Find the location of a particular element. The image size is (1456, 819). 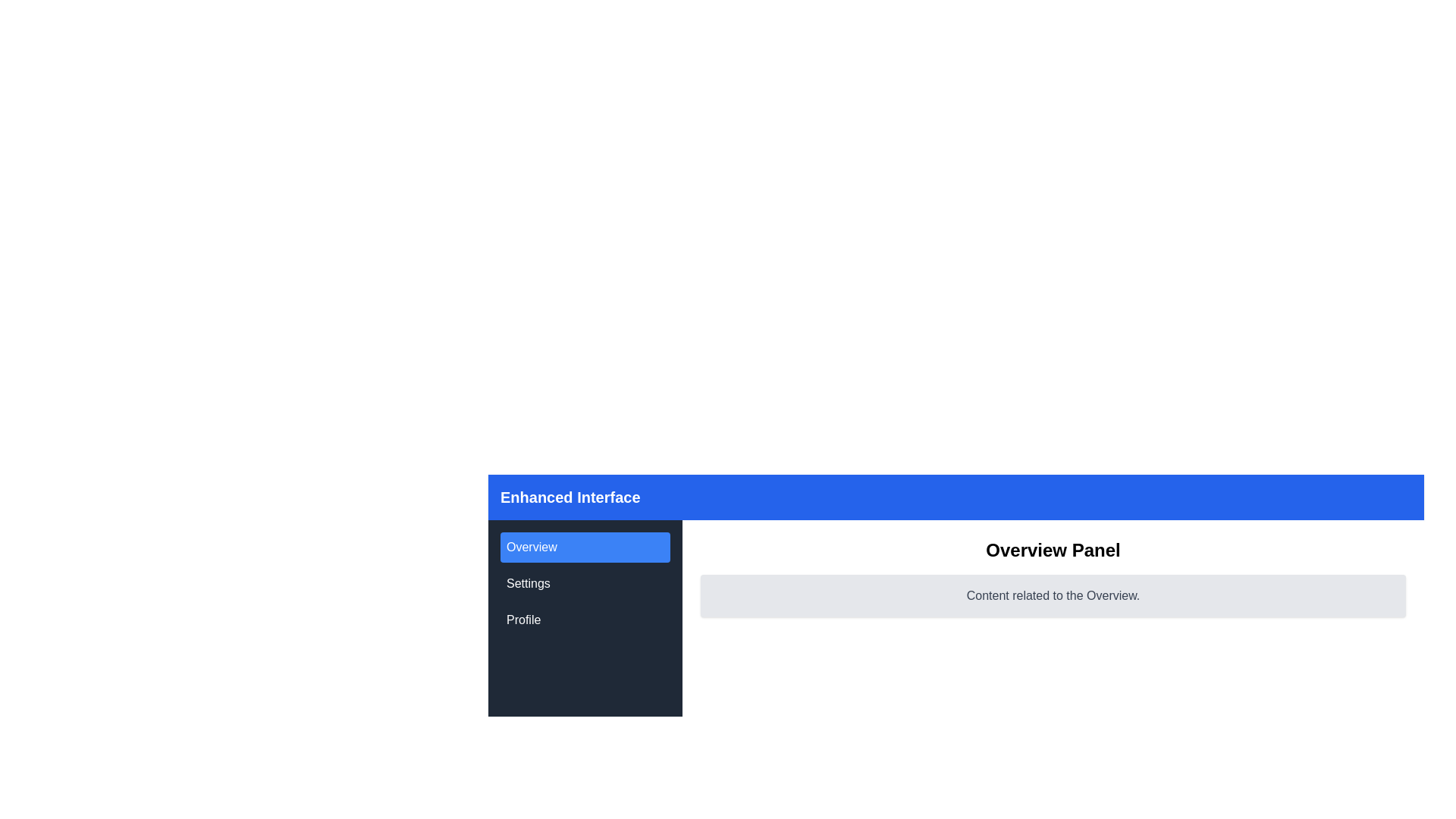

the text label 'Overview Panel' which is styled with a large, bold font and positioned at the top of the content panel is located at coordinates (1052, 550).